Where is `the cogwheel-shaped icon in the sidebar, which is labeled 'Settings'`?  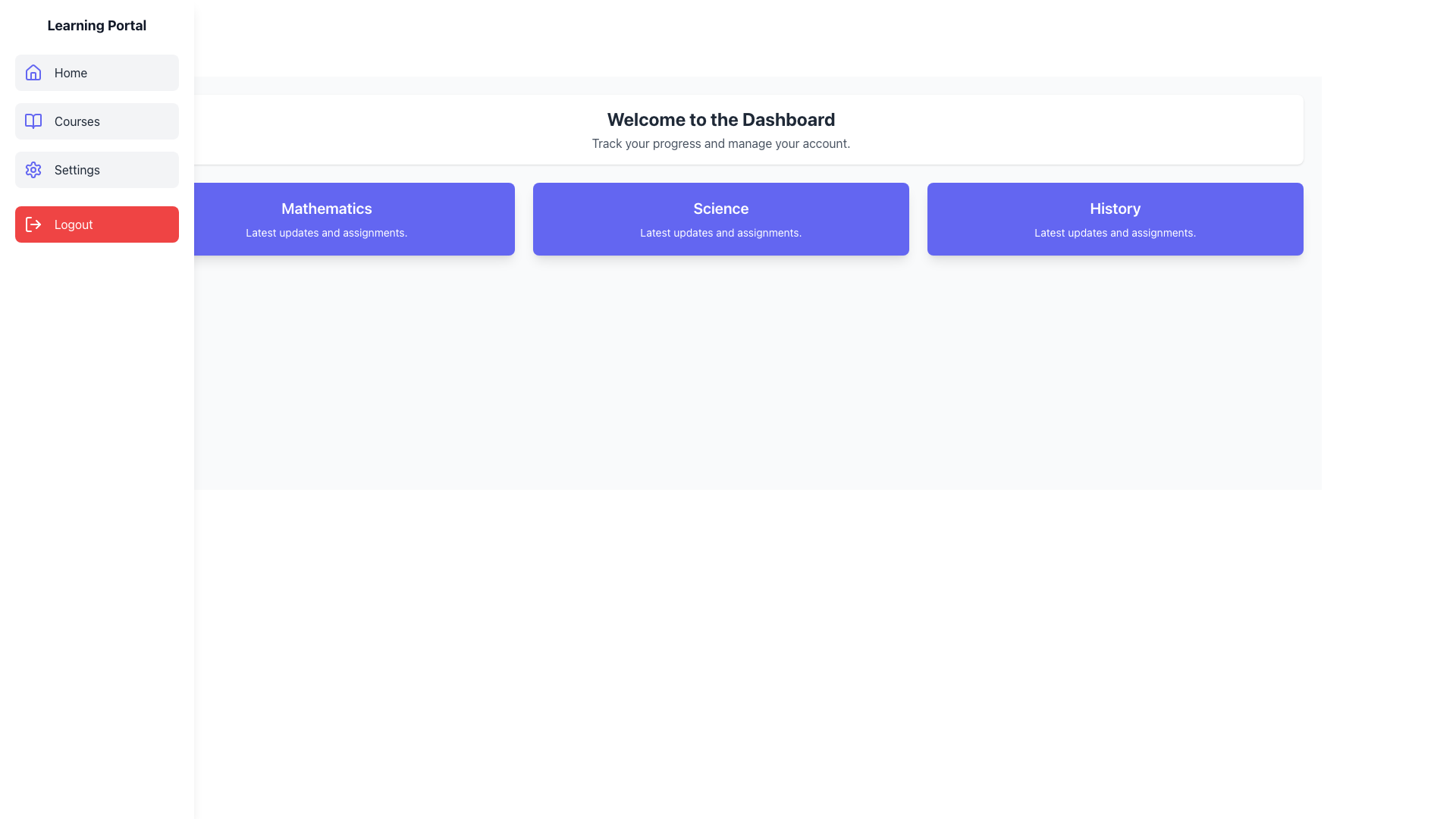 the cogwheel-shaped icon in the sidebar, which is labeled 'Settings' is located at coordinates (33, 169).